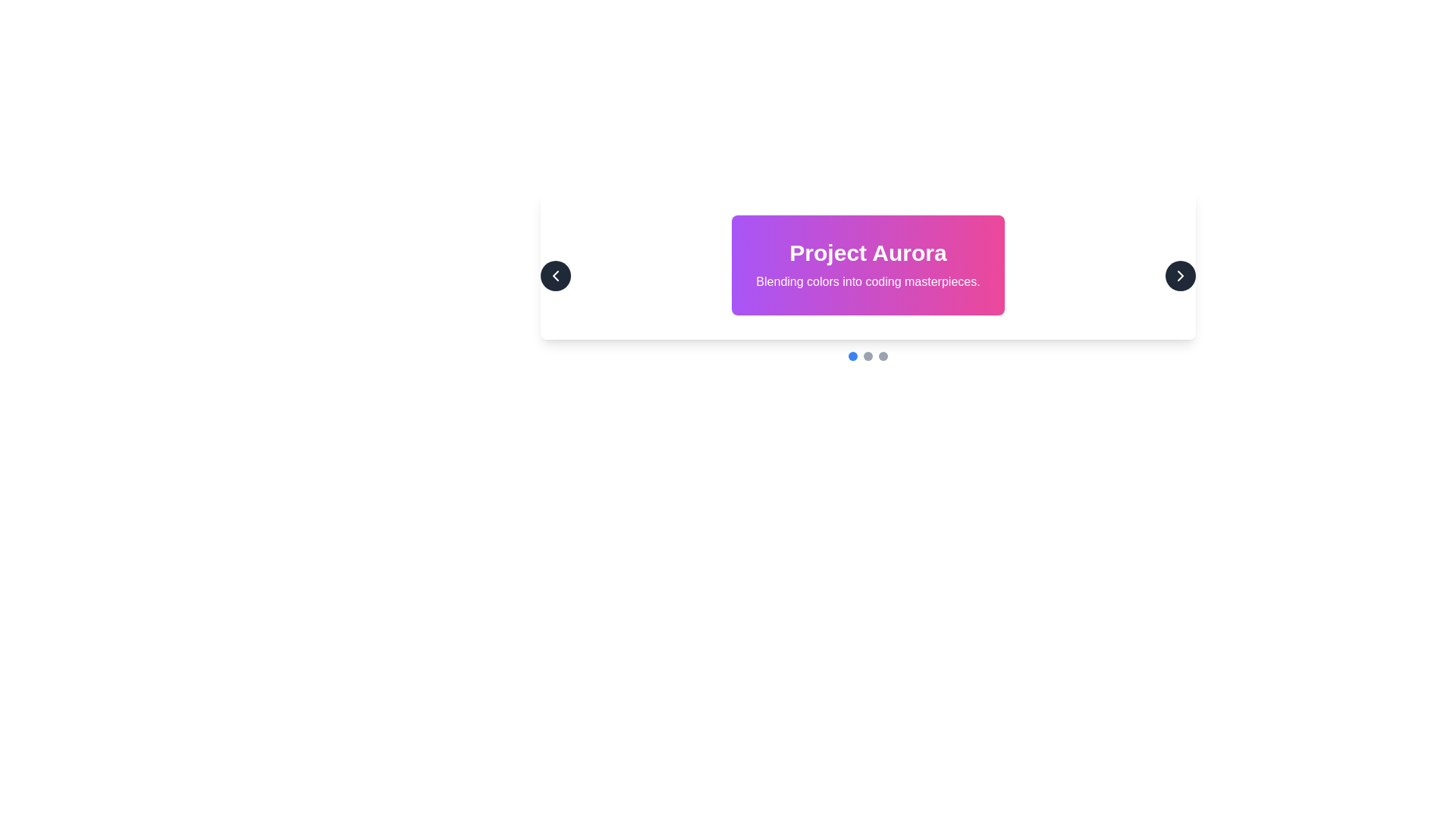  Describe the element at coordinates (883, 356) in the screenshot. I see `the third interactive indicator dot located below the central content area` at that location.